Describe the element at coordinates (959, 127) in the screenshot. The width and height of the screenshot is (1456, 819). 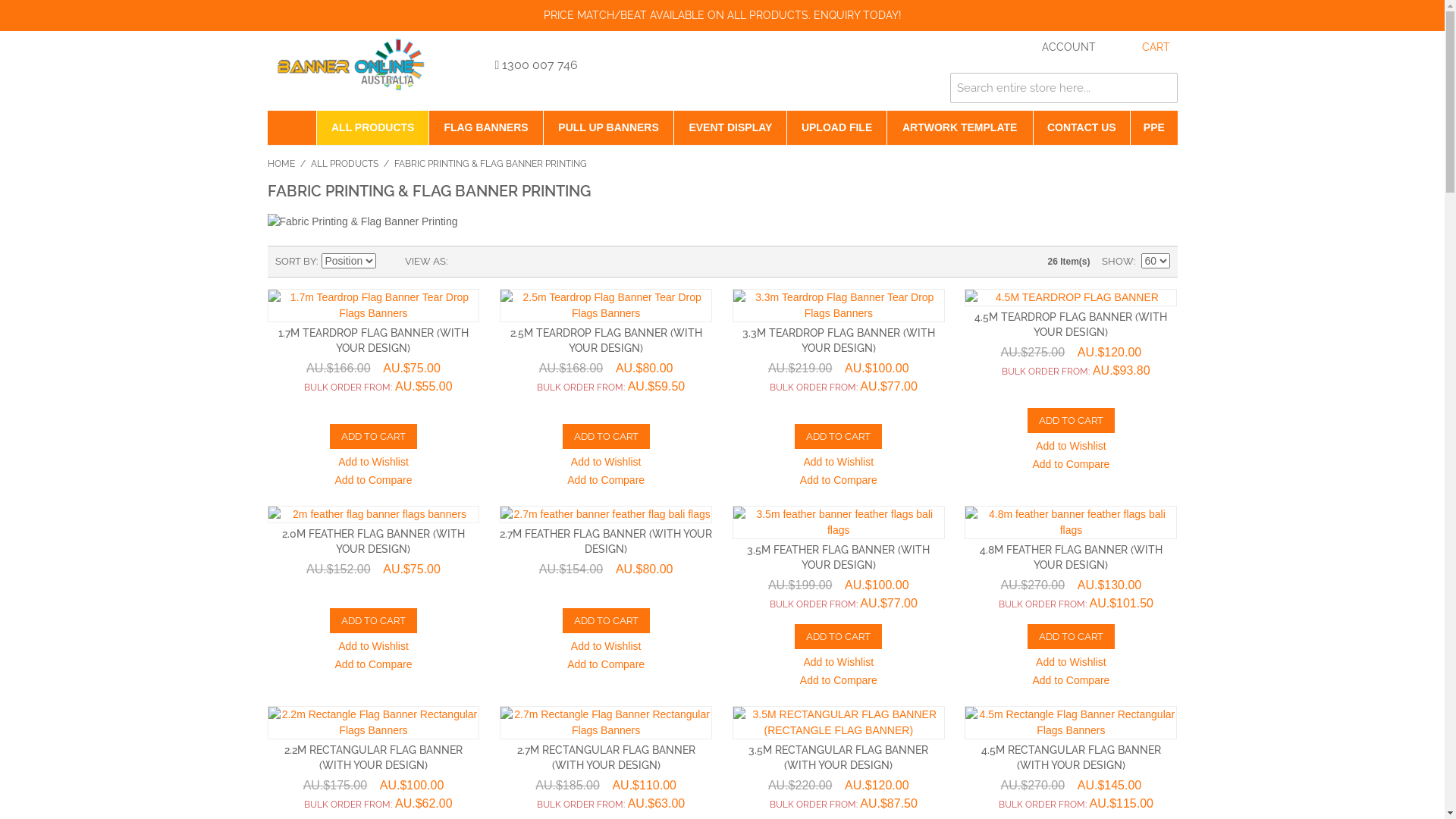
I see `'ARTWORK TEMPLATE'` at that location.